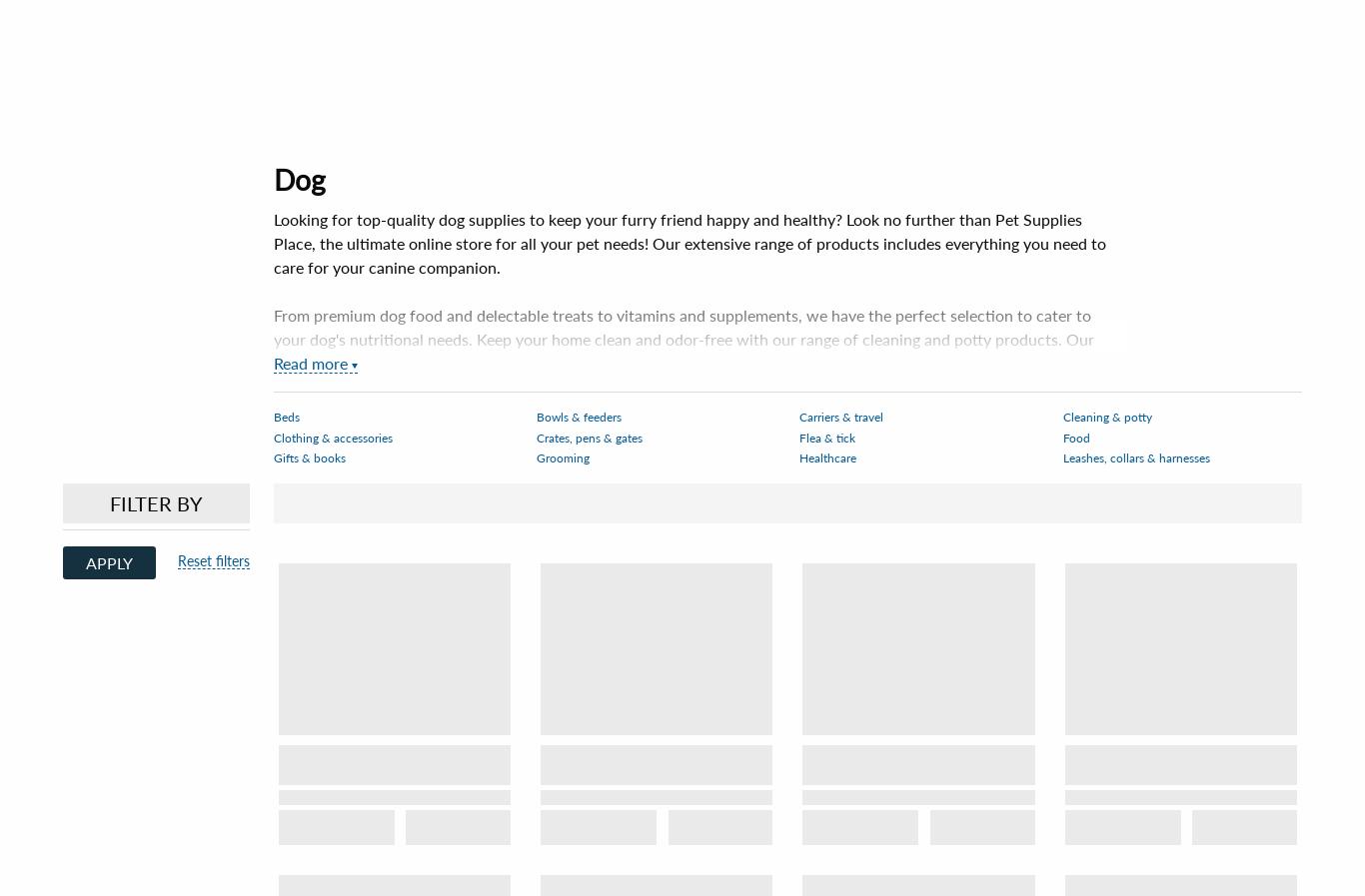 This screenshot has width=1365, height=896. Describe the element at coordinates (1250, 22) in the screenshot. I see `'Cart'` at that location.